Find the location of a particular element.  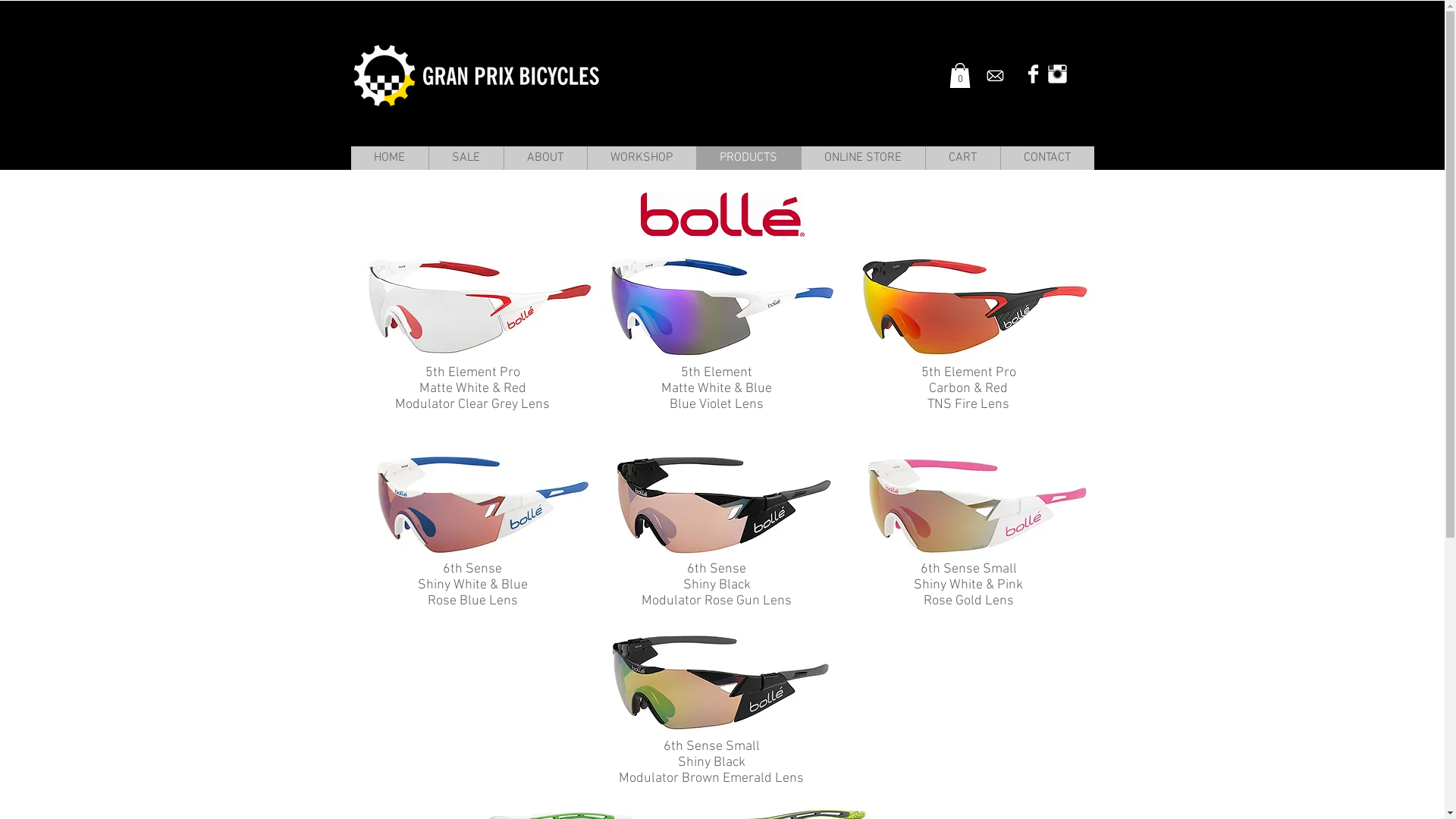

'CONTACT' is located at coordinates (1046, 158).